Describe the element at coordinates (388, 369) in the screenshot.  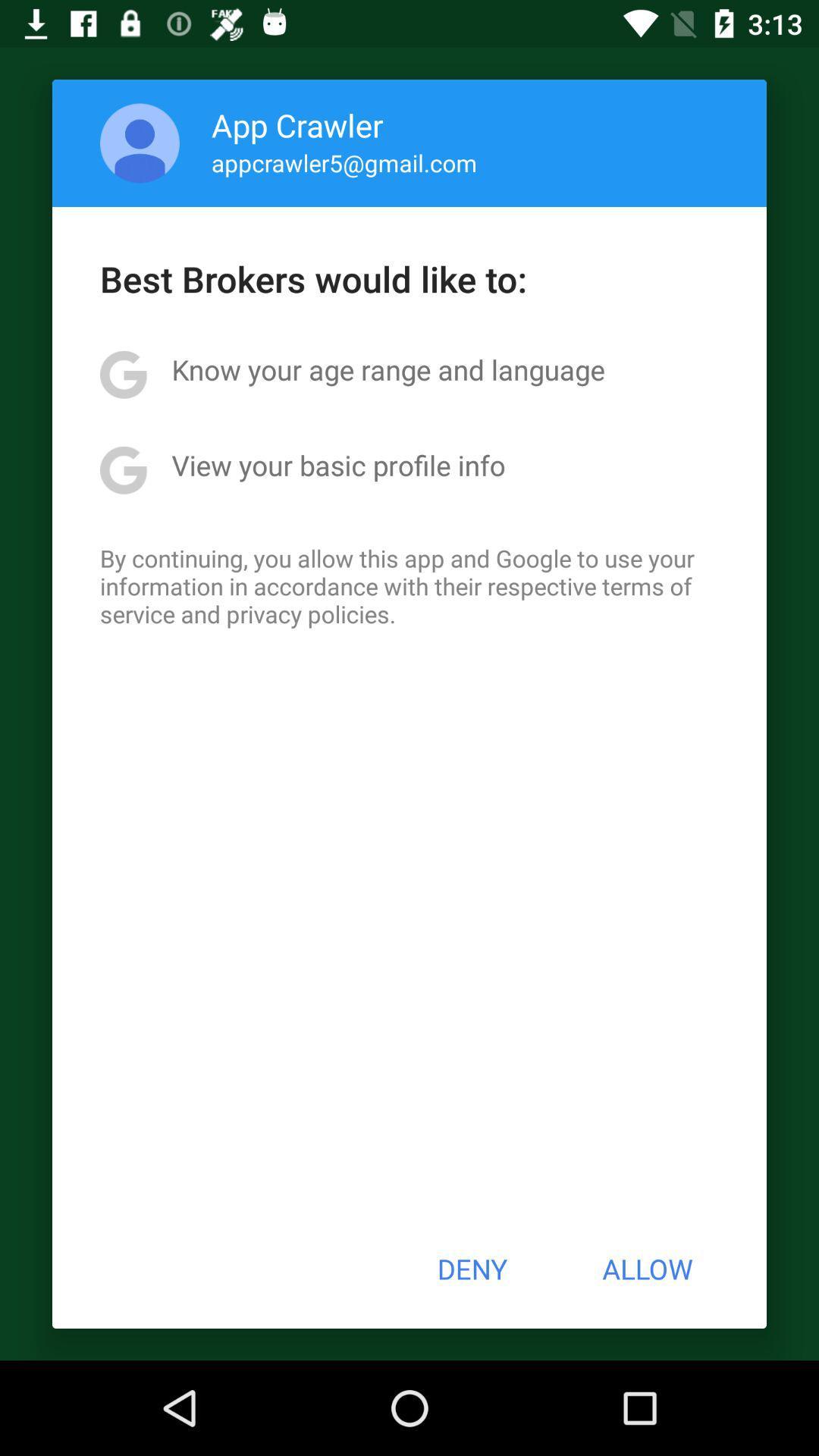
I see `icon above the view your basic app` at that location.